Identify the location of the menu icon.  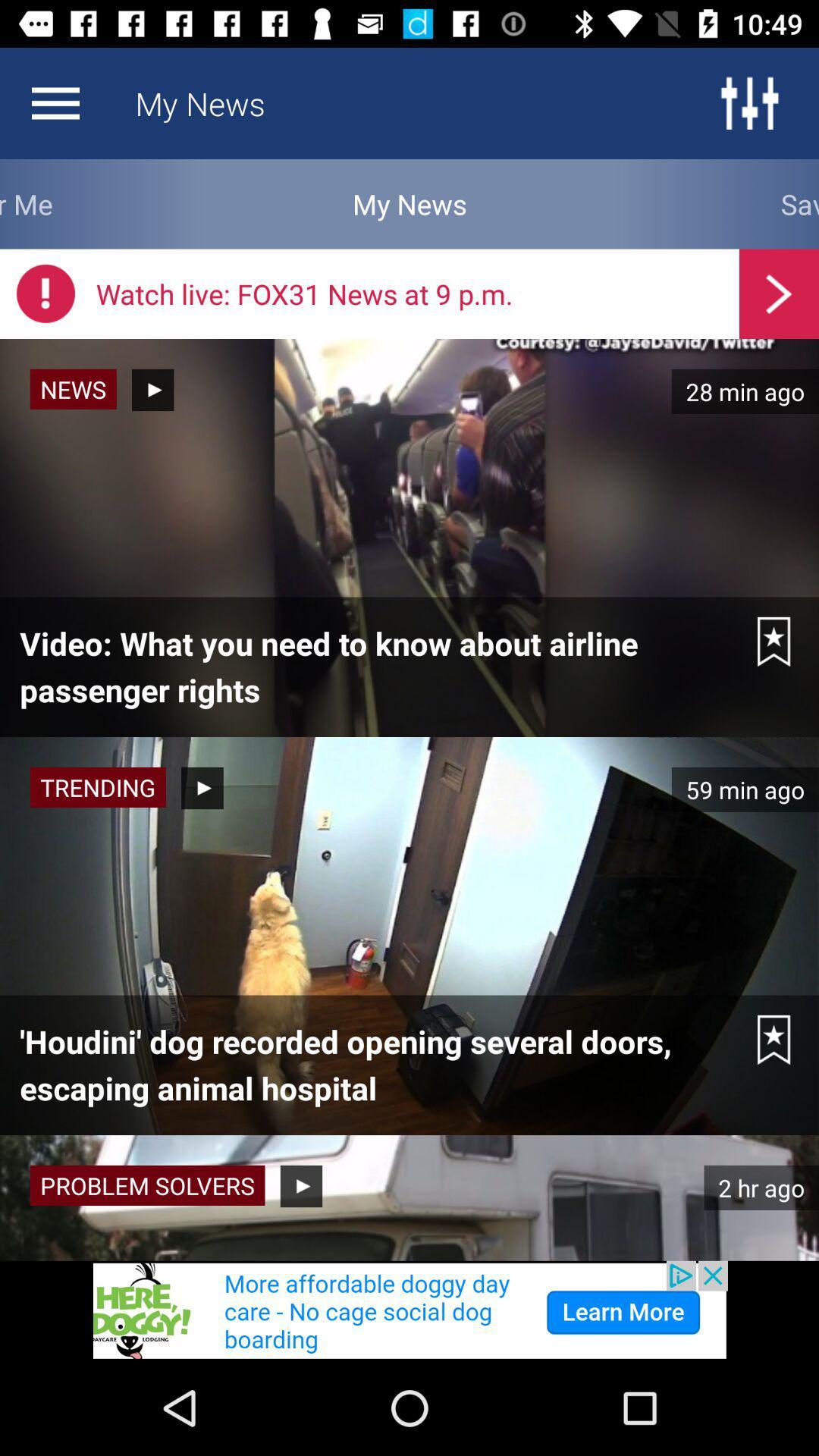
(55, 102).